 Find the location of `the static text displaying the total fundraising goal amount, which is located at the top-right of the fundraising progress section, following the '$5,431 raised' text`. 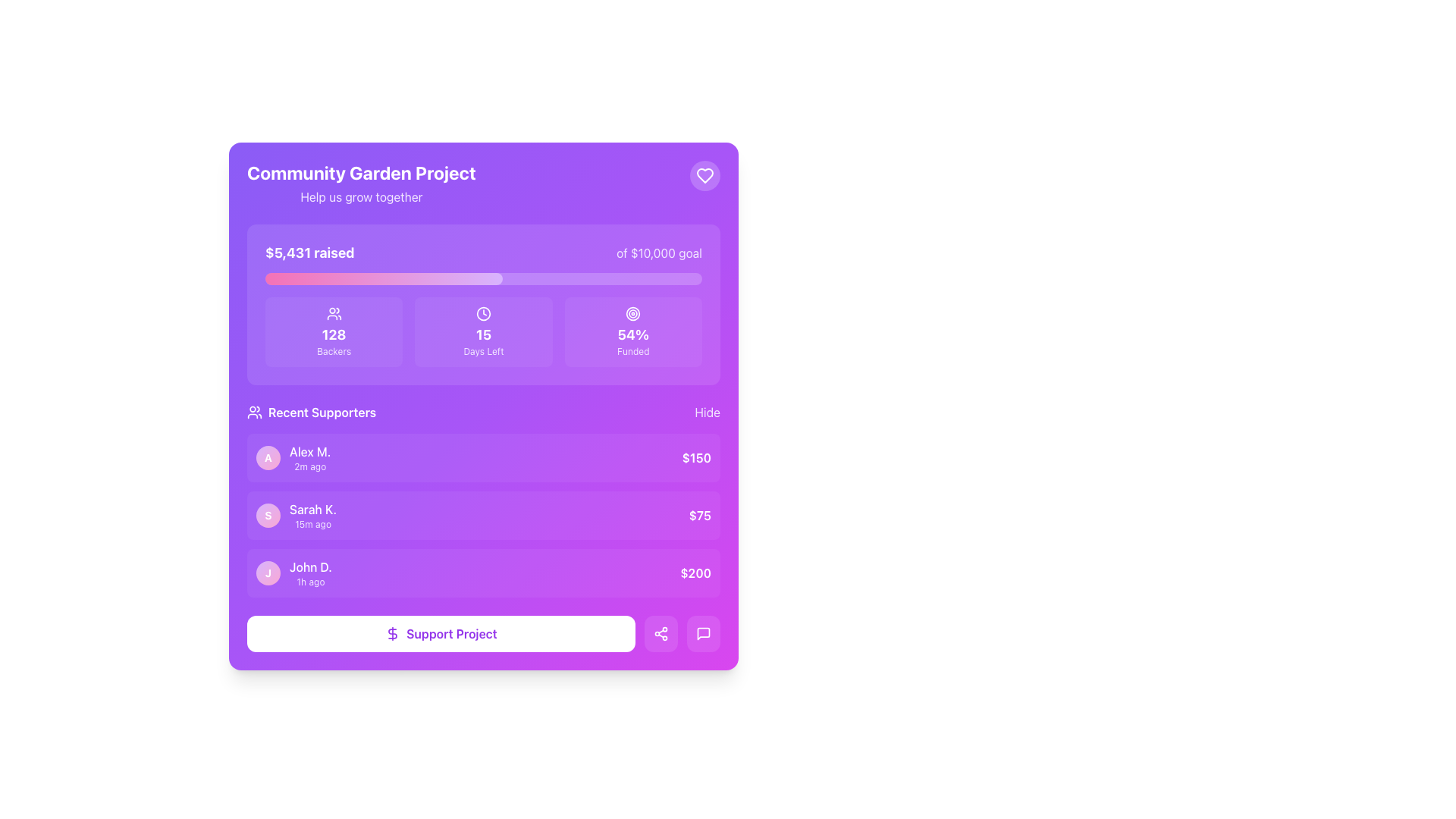

the static text displaying the total fundraising goal amount, which is located at the top-right of the fundraising progress section, following the '$5,431 raised' text is located at coordinates (659, 253).